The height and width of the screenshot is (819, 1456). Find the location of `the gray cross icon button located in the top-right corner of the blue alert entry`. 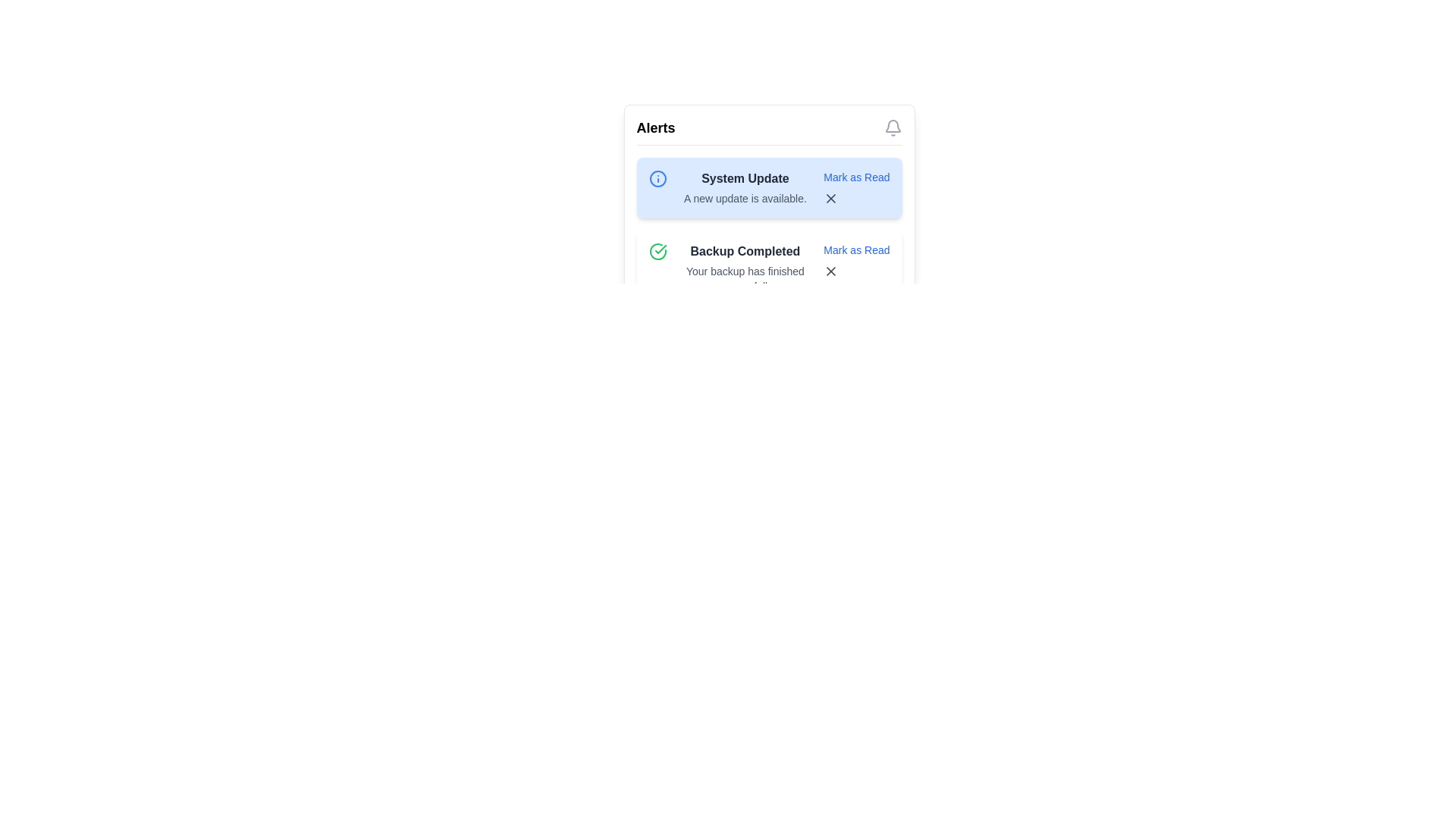

the gray cross icon button located in the top-right corner of the blue alert entry is located at coordinates (830, 198).